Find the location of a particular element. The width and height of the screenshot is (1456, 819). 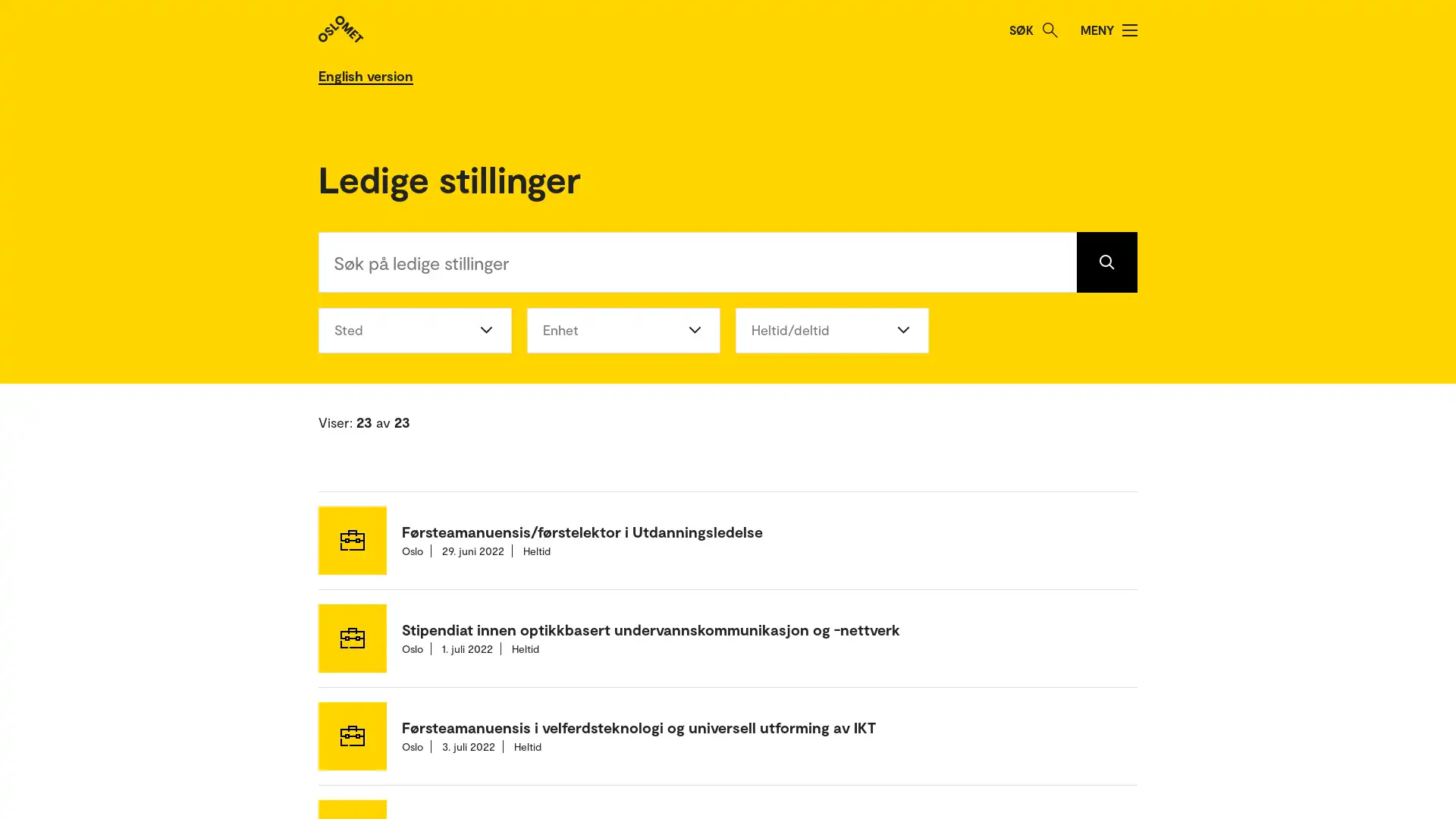

Sk is located at coordinates (1106, 260).